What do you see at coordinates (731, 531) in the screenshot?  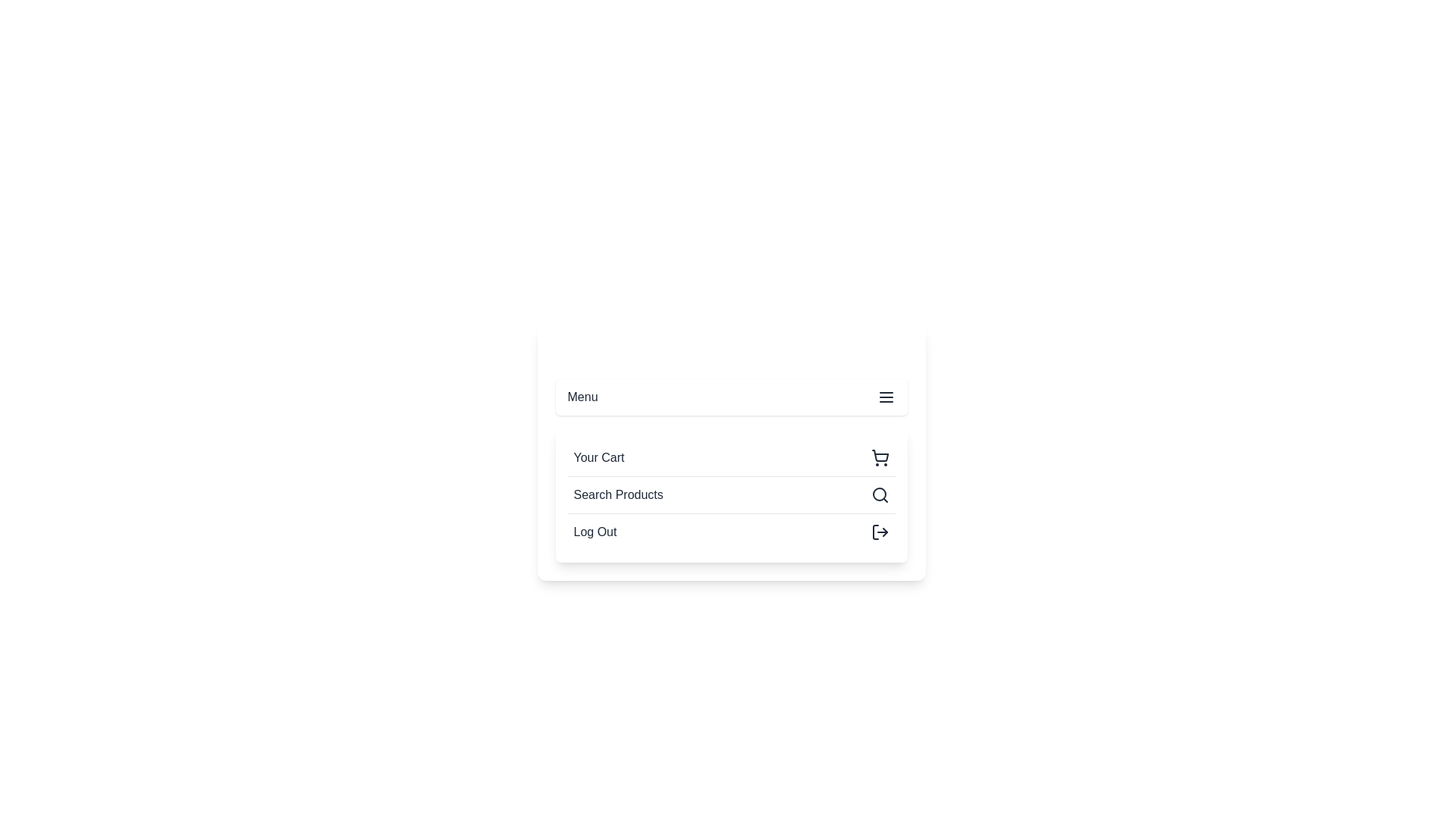 I see `the 'Log Out' button located at the bottom of the dropdown menu` at bounding box center [731, 531].